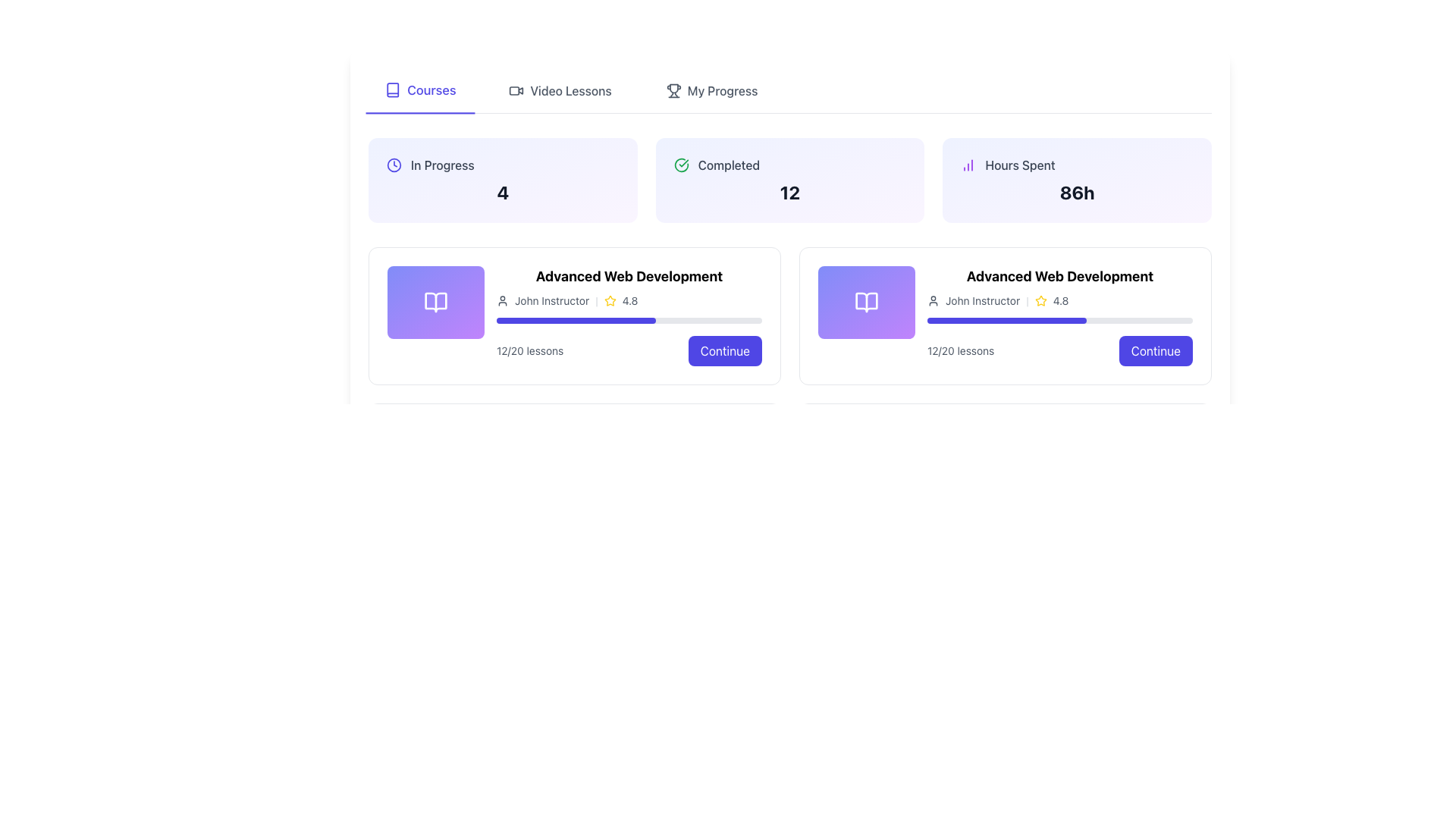 This screenshot has width=1456, height=819. Describe the element at coordinates (960, 350) in the screenshot. I see `the progress value displayed as '12/20 lessons' in gray text within the learning card under the 'Advanced Web Development' section` at that location.